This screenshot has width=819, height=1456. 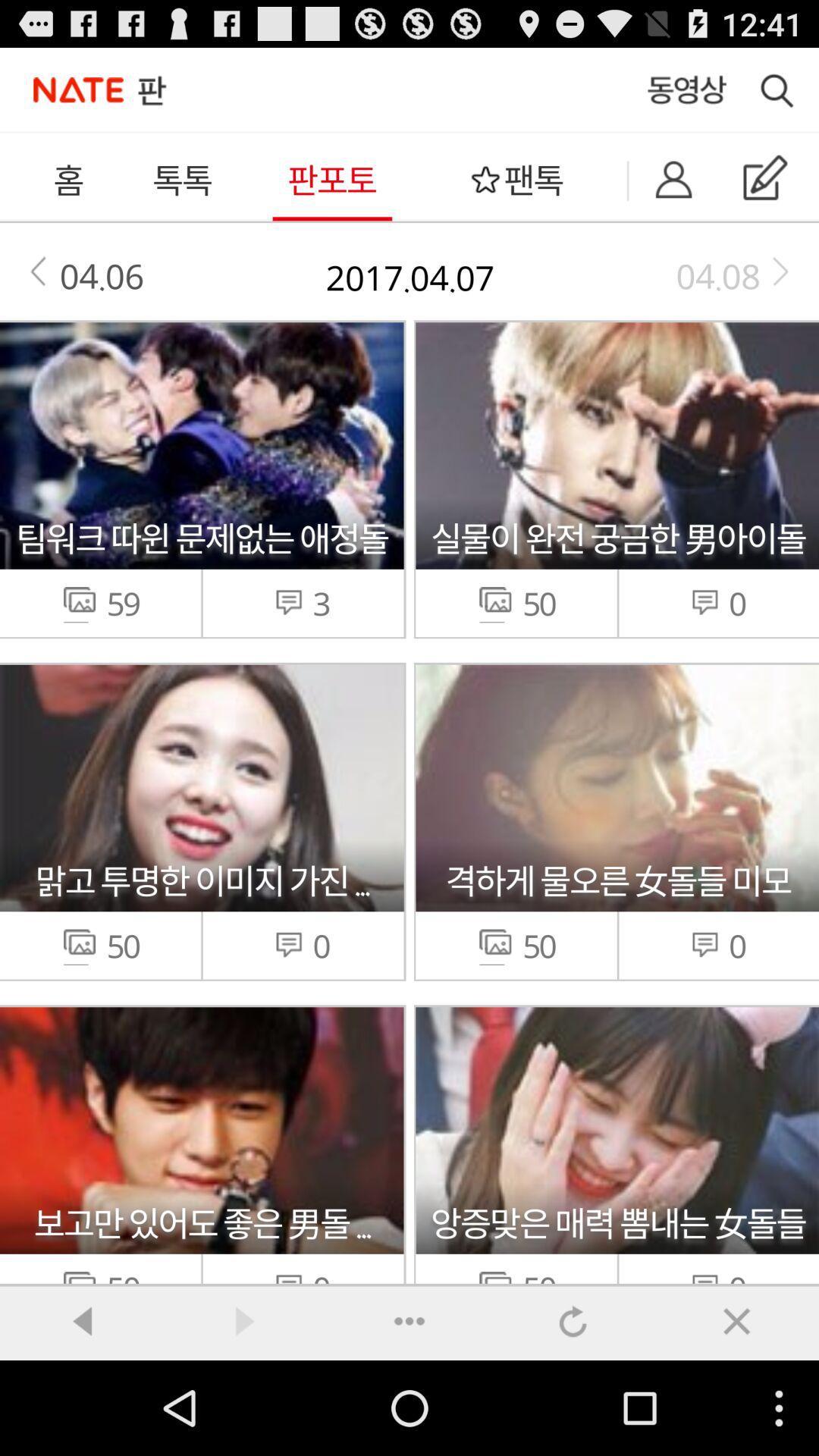 What do you see at coordinates (409, 1319) in the screenshot?
I see `back forward reload option` at bounding box center [409, 1319].